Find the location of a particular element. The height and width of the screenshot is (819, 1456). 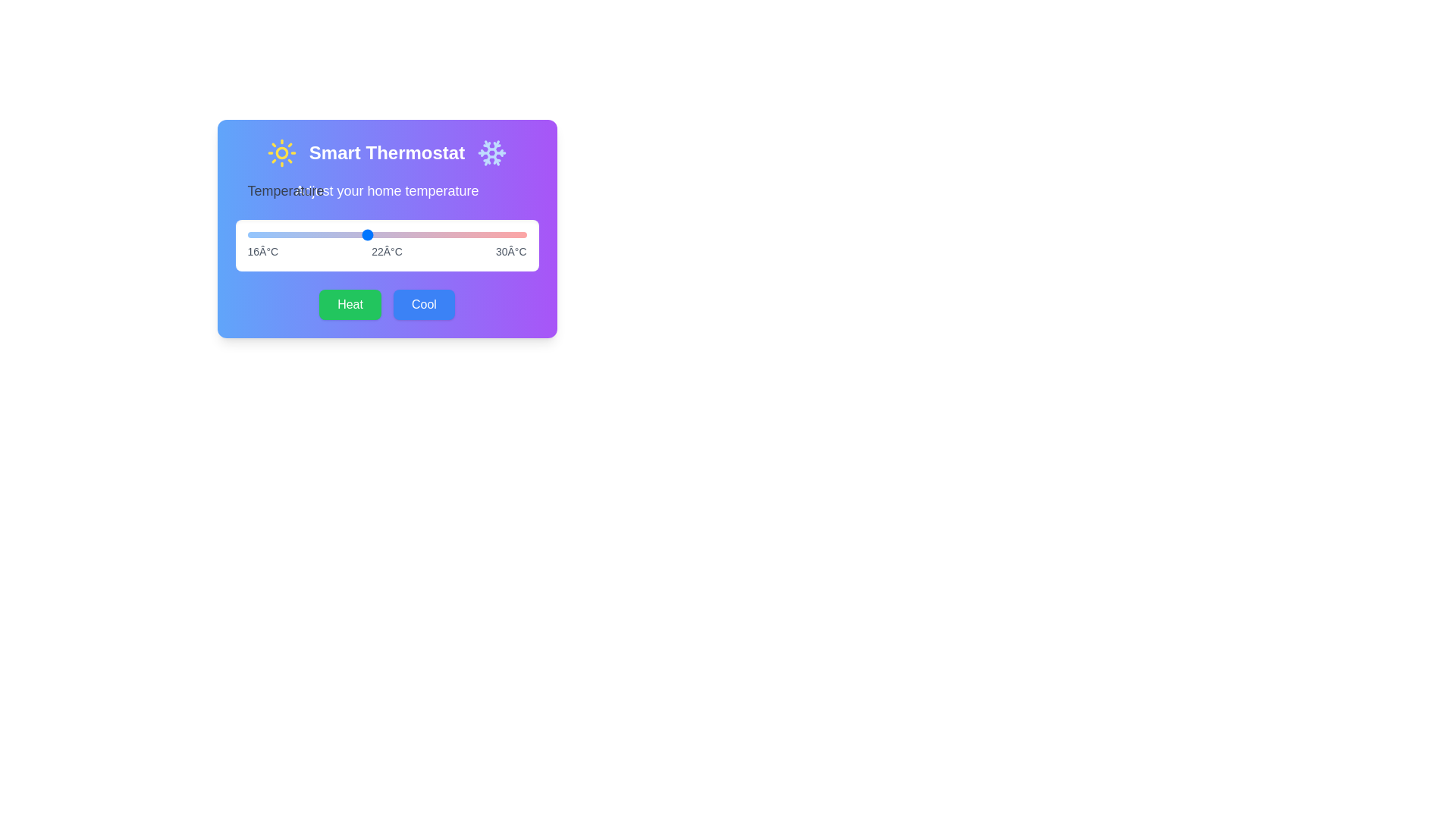

the temperature slider to 27 degrees Celsius is located at coordinates (466, 234).